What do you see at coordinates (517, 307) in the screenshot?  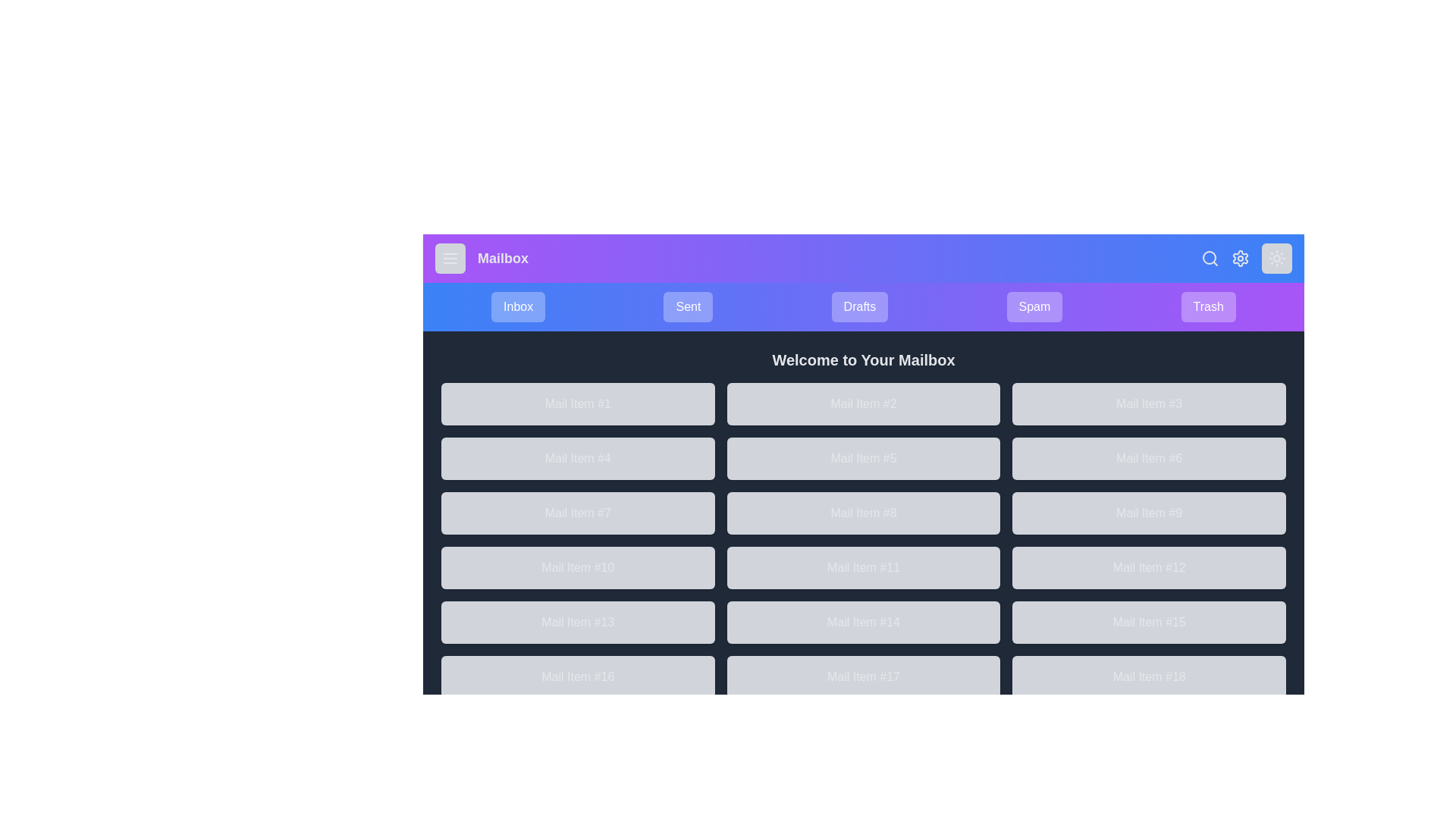 I see `the navigation or action element Inbox` at bounding box center [517, 307].